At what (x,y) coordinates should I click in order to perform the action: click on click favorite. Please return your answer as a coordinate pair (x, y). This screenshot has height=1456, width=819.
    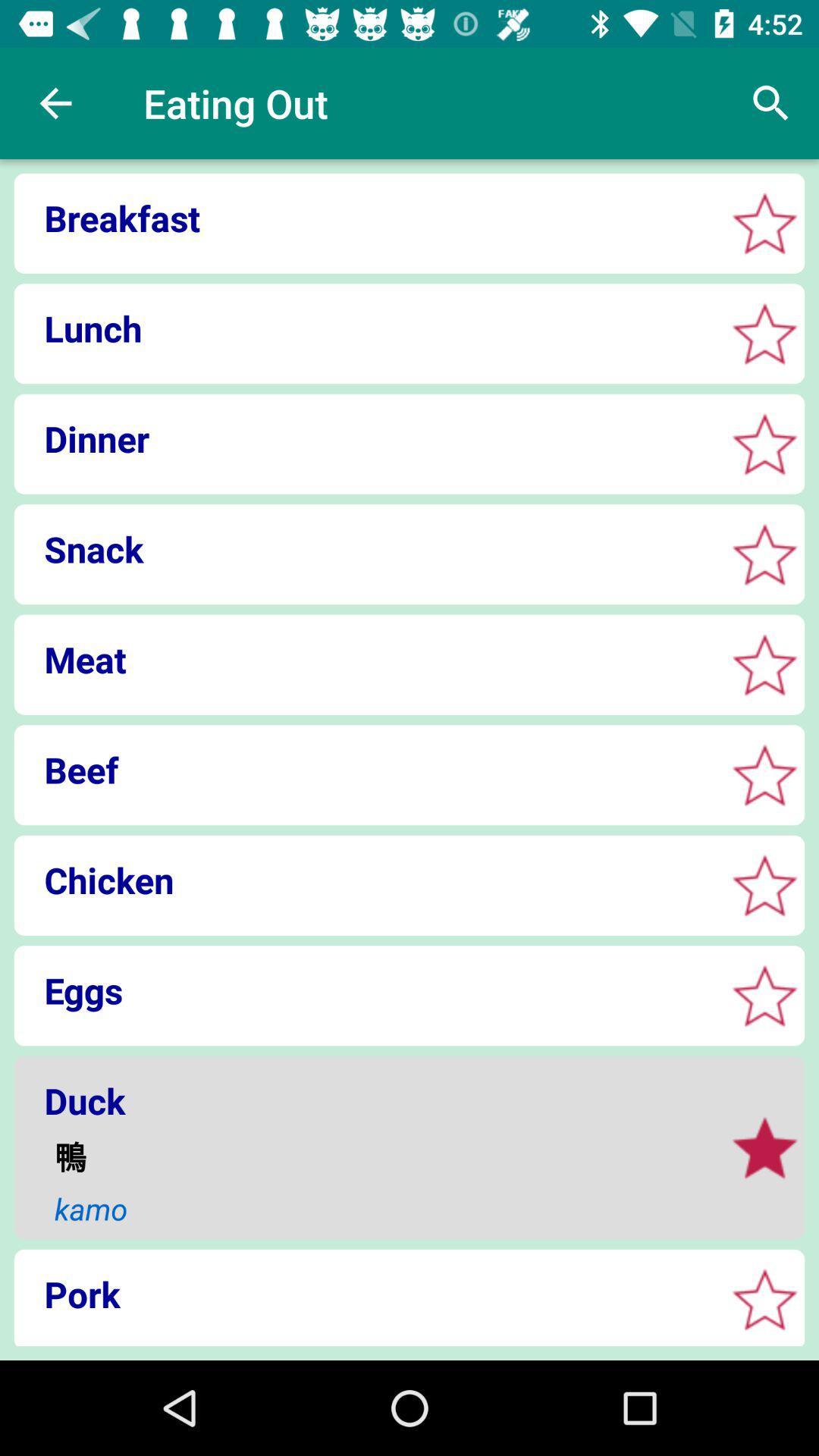
    Looking at the image, I should click on (764, 885).